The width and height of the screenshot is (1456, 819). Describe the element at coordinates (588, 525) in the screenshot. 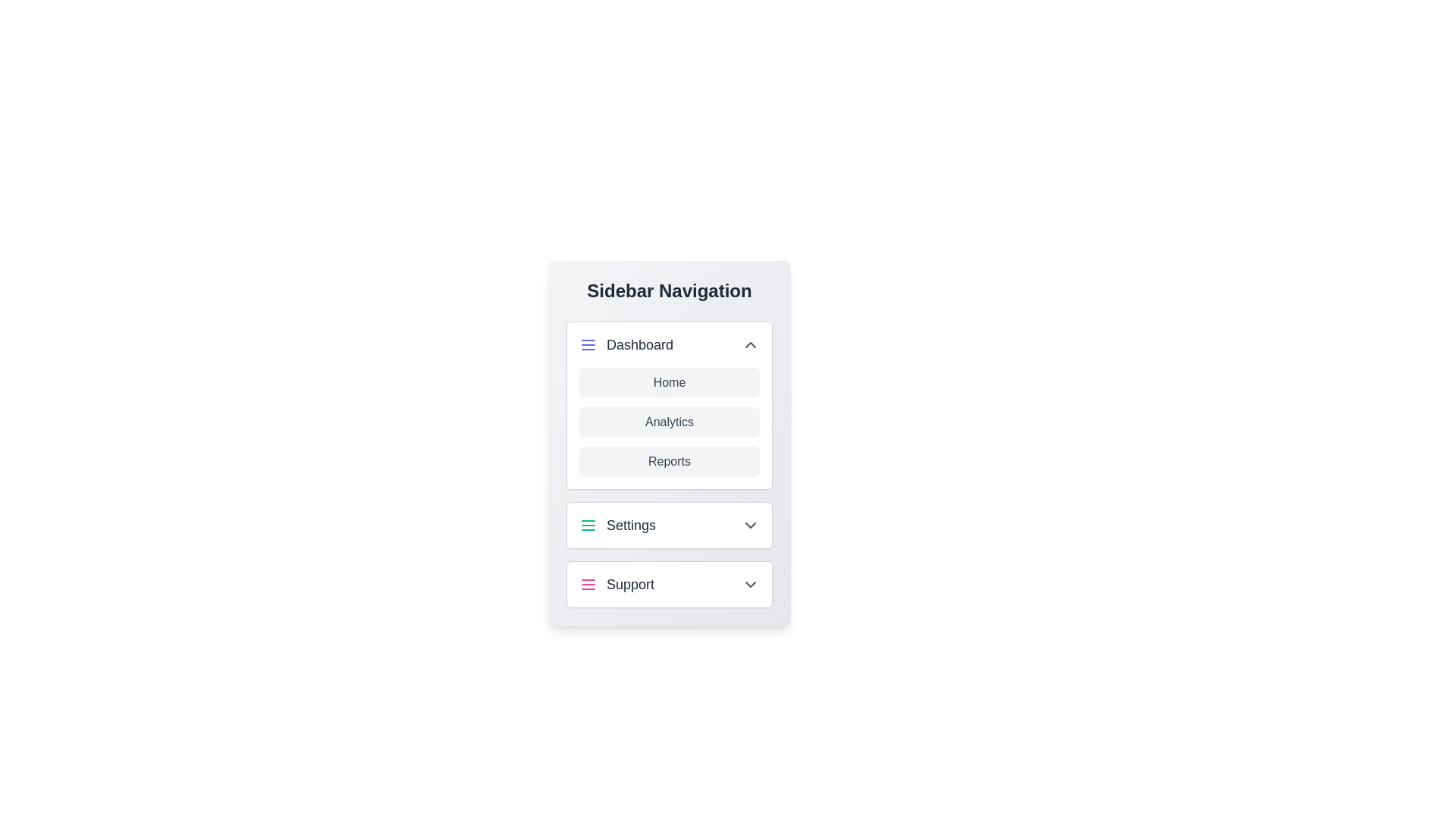

I see `the Settings icon located in the sidebar navigation menu, positioned to the left of the 'Settings' section title` at that location.